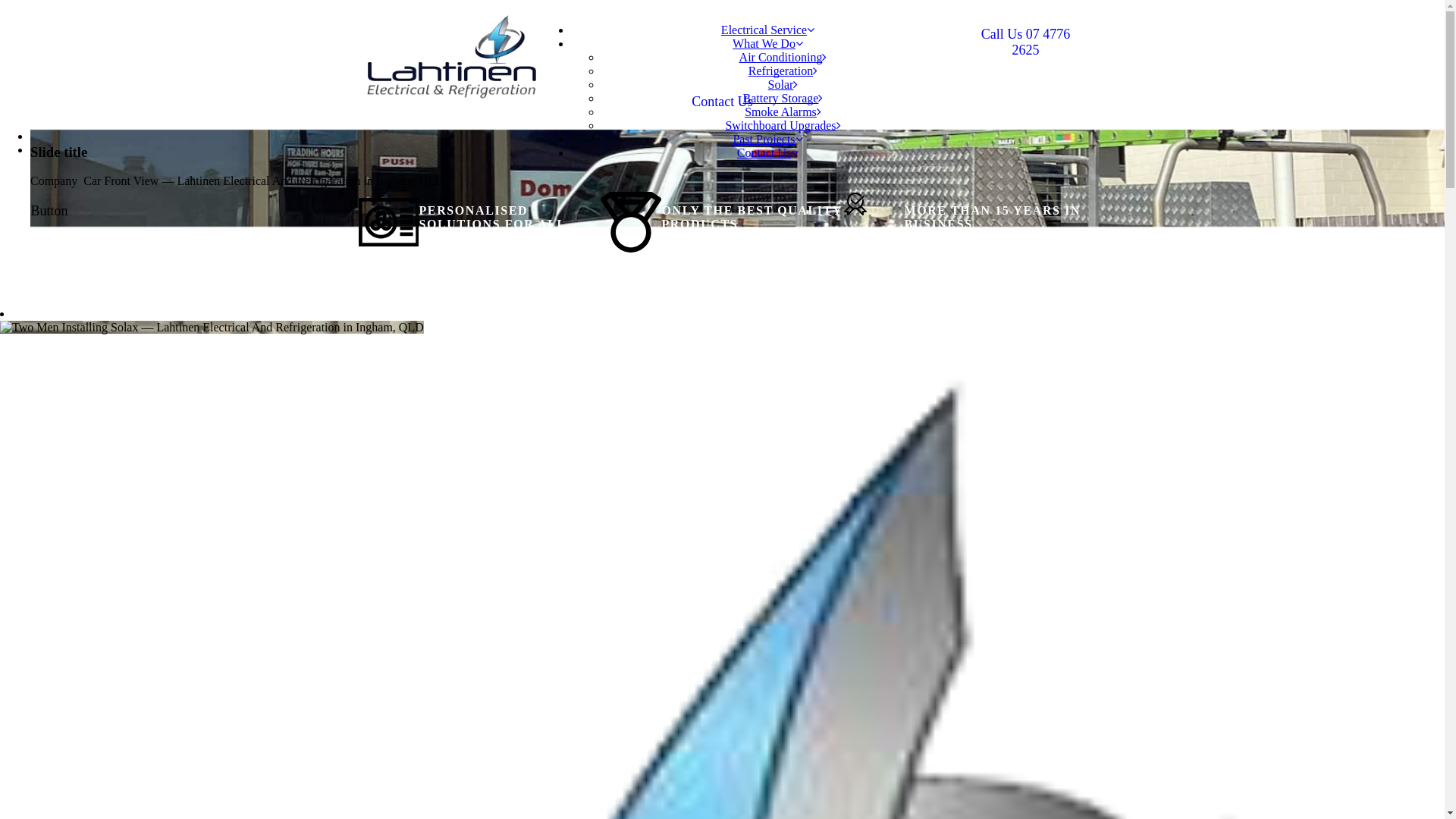  What do you see at coordinates (783, 56) in the screenshot?
I see `'Air Conditioning'` at bounding box center [783, 56].